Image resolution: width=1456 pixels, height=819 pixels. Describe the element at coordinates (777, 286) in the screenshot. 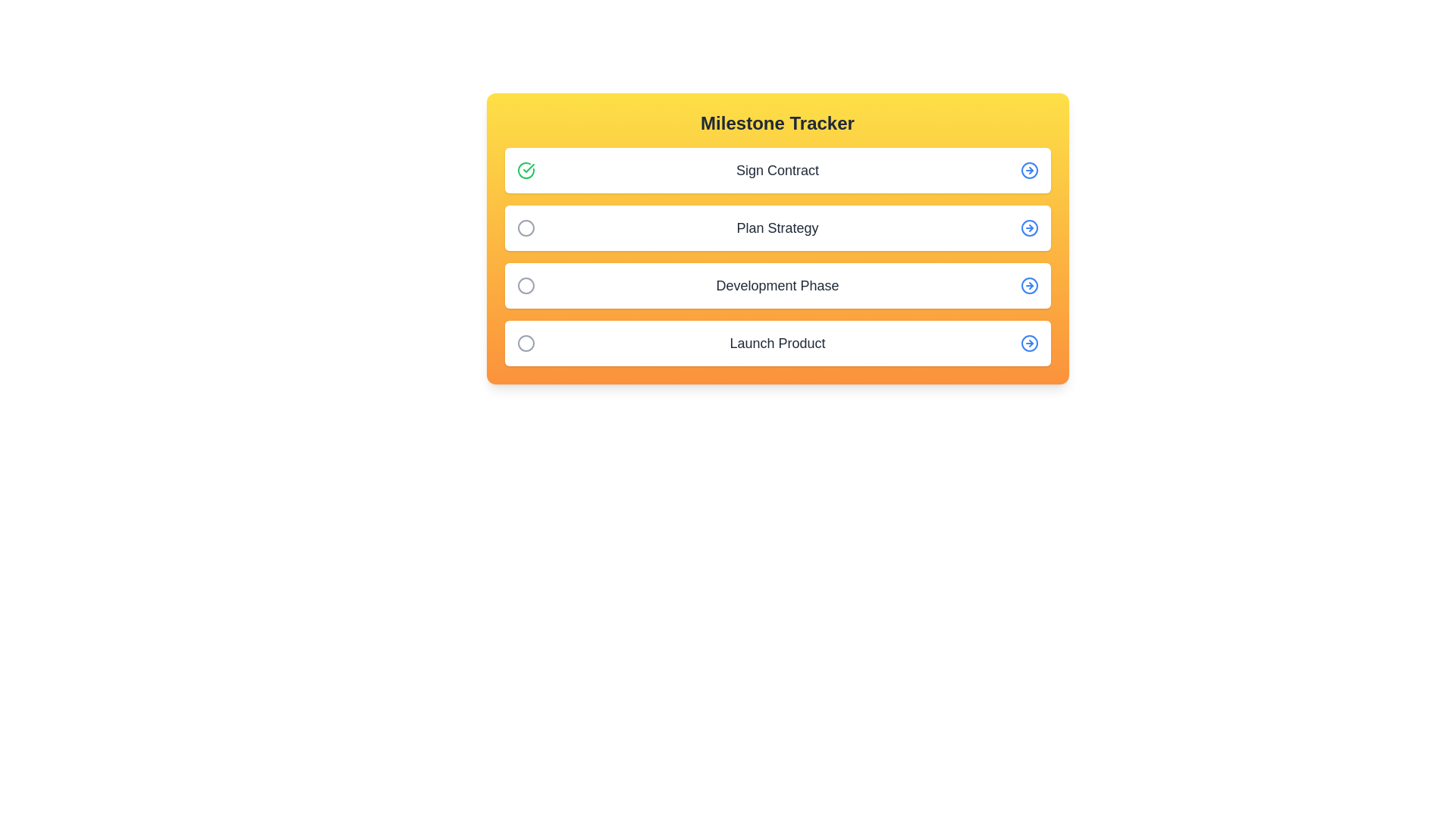

I see `the third step indicator item in the milestone tracking interface` at that location.